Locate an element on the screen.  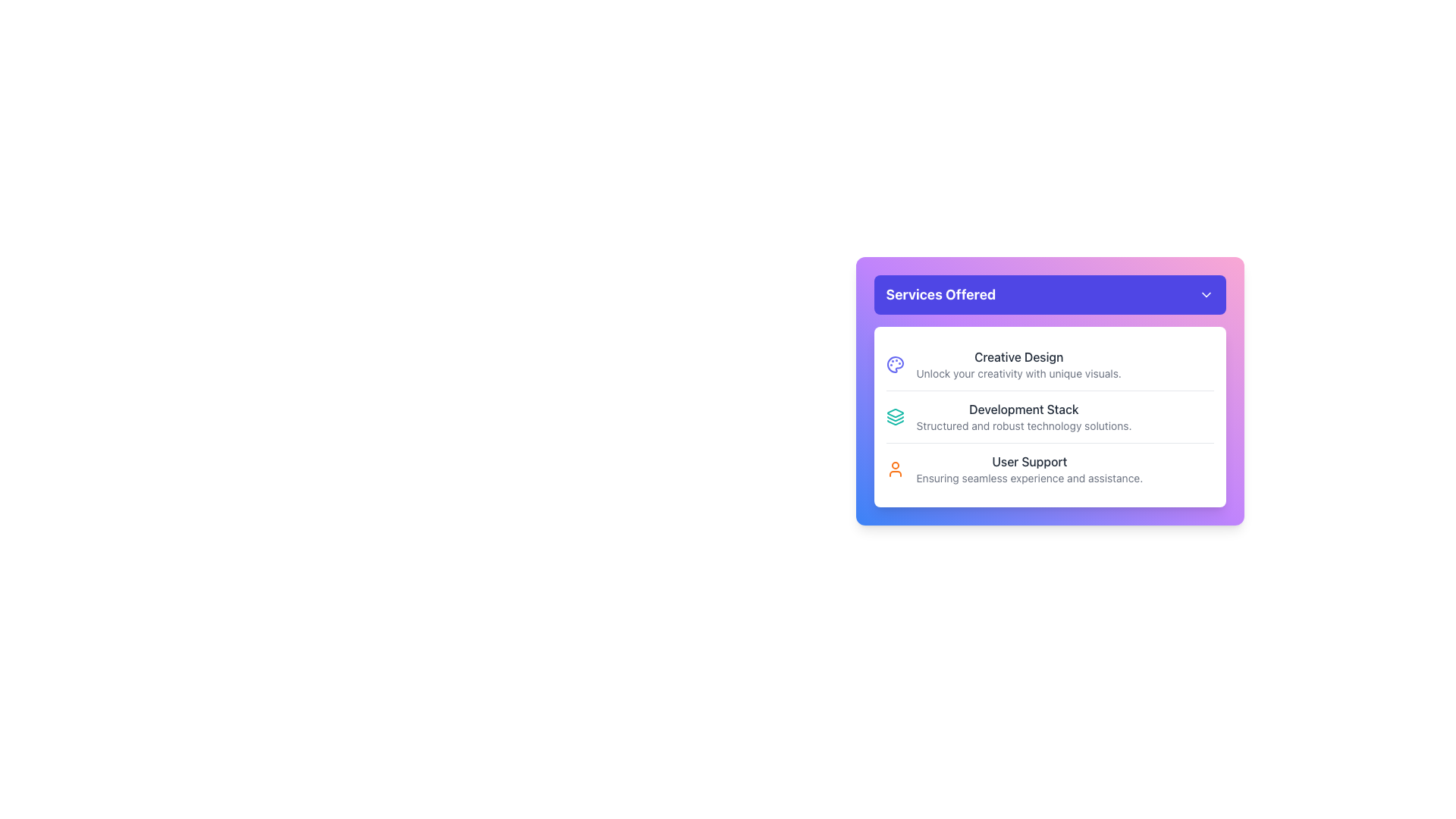
descriptions in the center section of the Card titled 'Development Stack', located below the 'Services Offered' header is located at coordinates (1049, 417).